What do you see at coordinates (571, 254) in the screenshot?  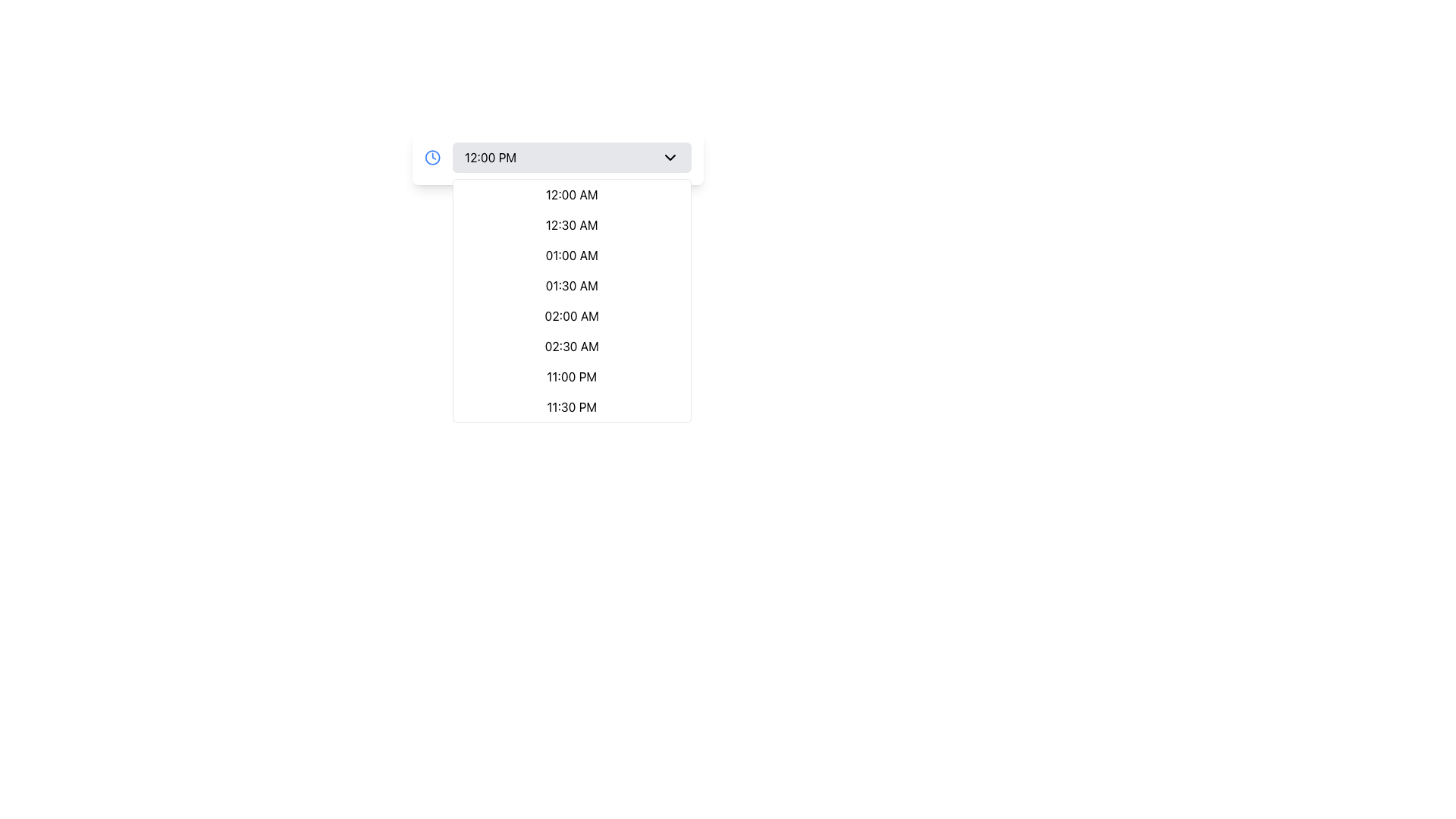 I see `the '01:00 AM' option in the dropdown menu` at bounding box center [571, 254].